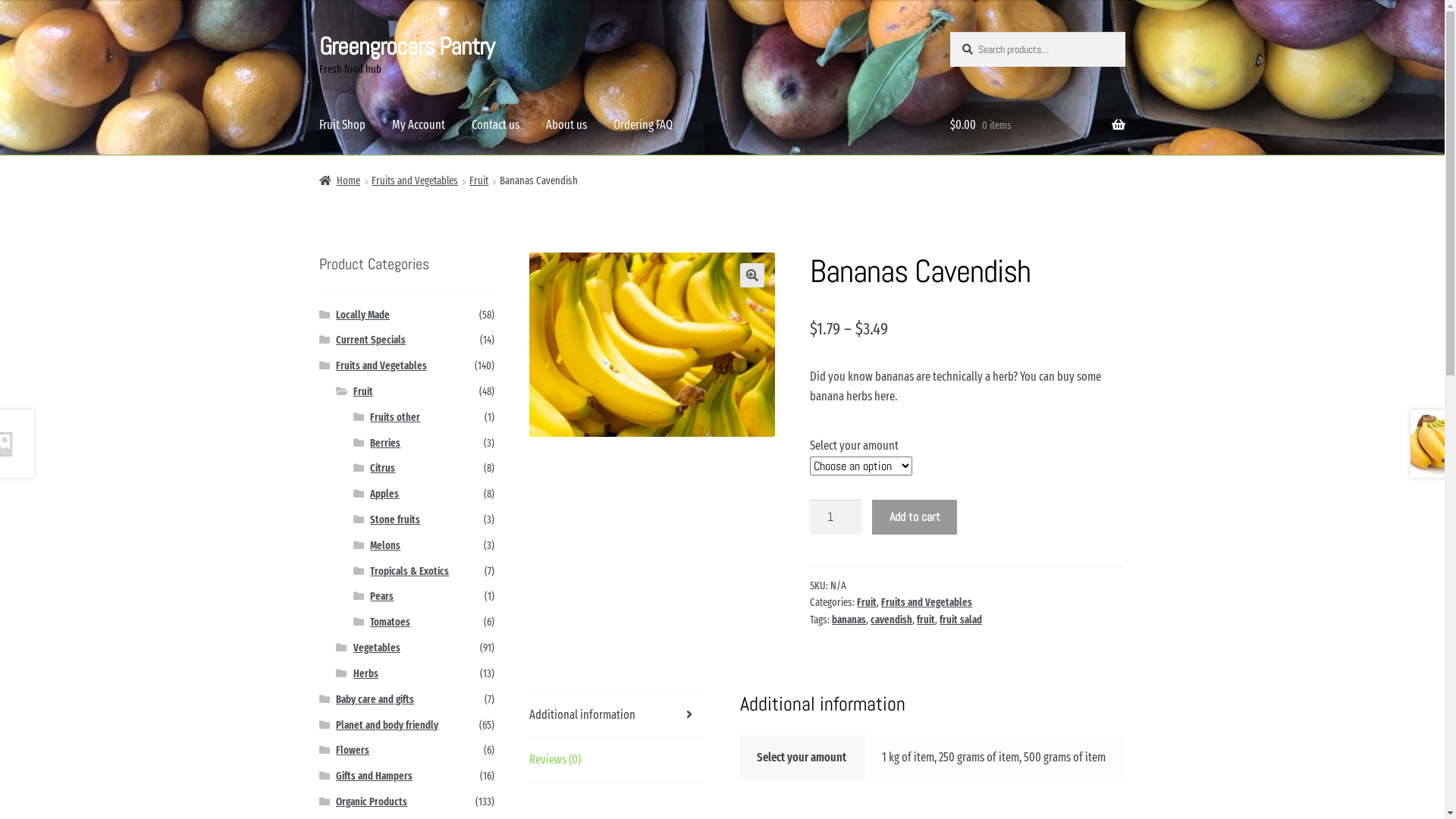  Describe the element at coordinates (375, 699) in the screenshot. I see `'Baby care and gifts'` at that location.